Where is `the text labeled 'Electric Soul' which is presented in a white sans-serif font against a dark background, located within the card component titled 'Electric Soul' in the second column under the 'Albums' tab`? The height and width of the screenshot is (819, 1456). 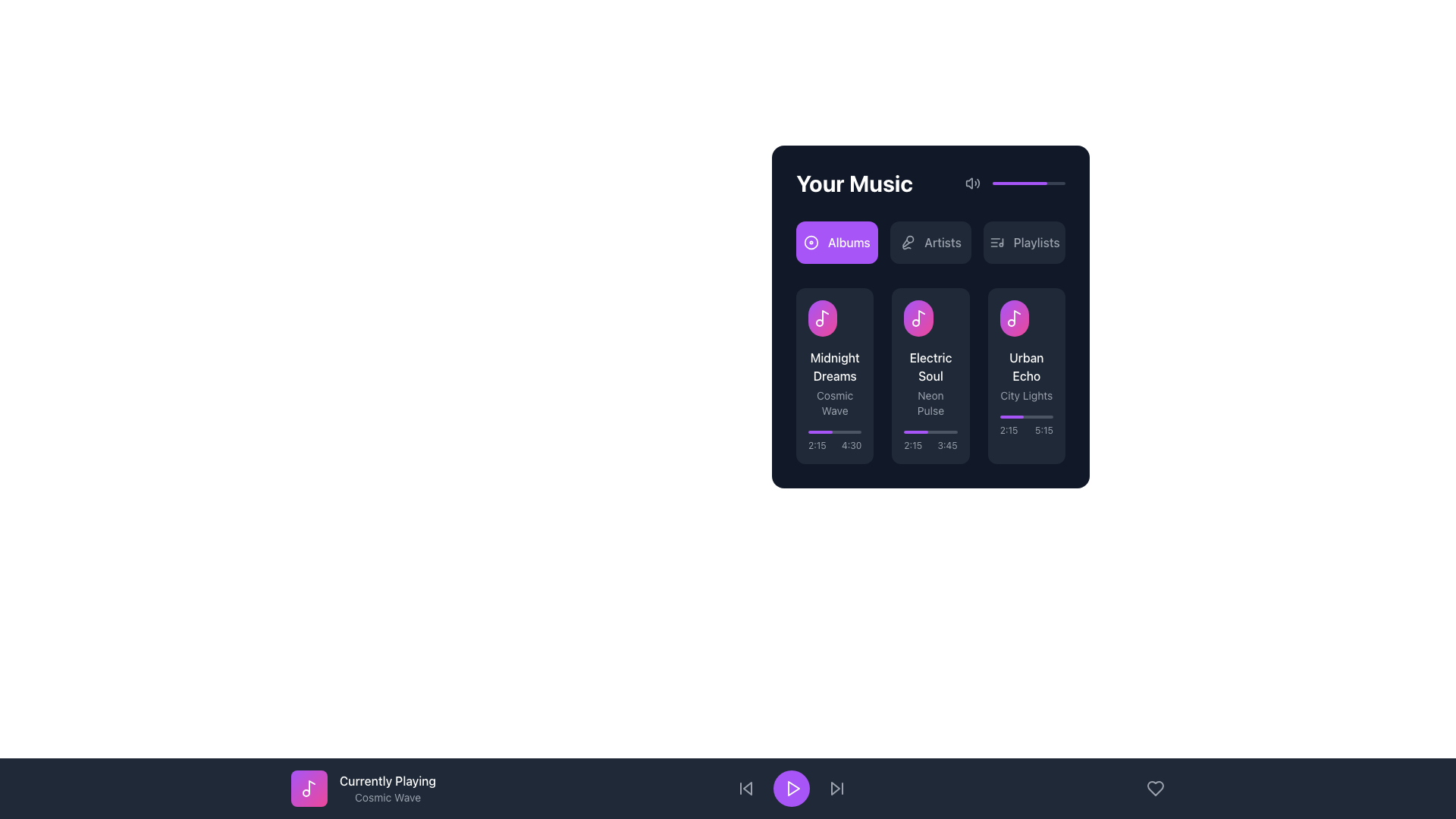 the text labeled 'Electric Soul' which is presented in a white sans-serif font against a dark background, located within the card component titled 'Electric Soul' in the second column under the 'Albums' tab is located at coordinates (930, 366).